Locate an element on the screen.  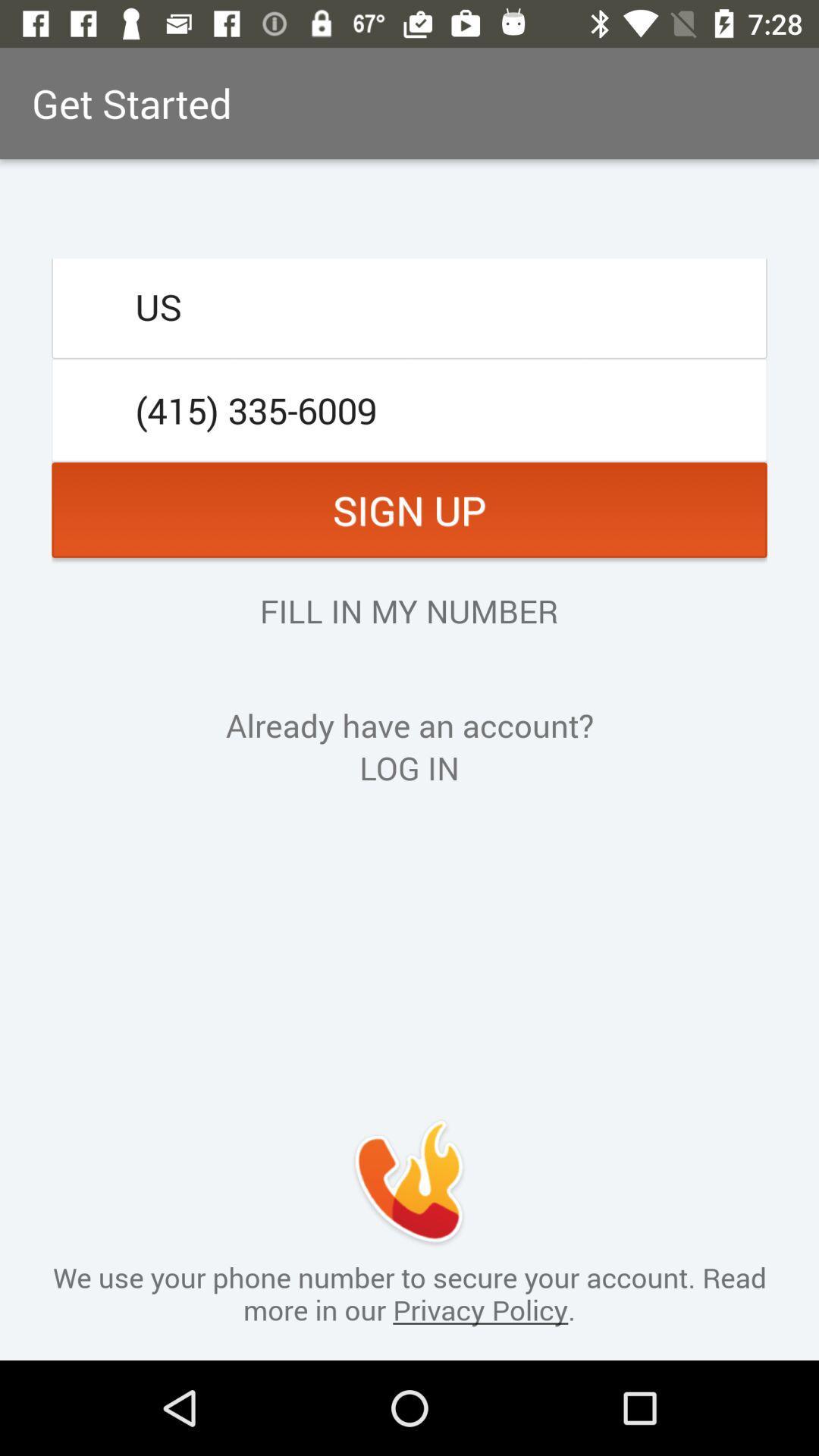
the icon above already have an icon is located at coordinates (408, 610).